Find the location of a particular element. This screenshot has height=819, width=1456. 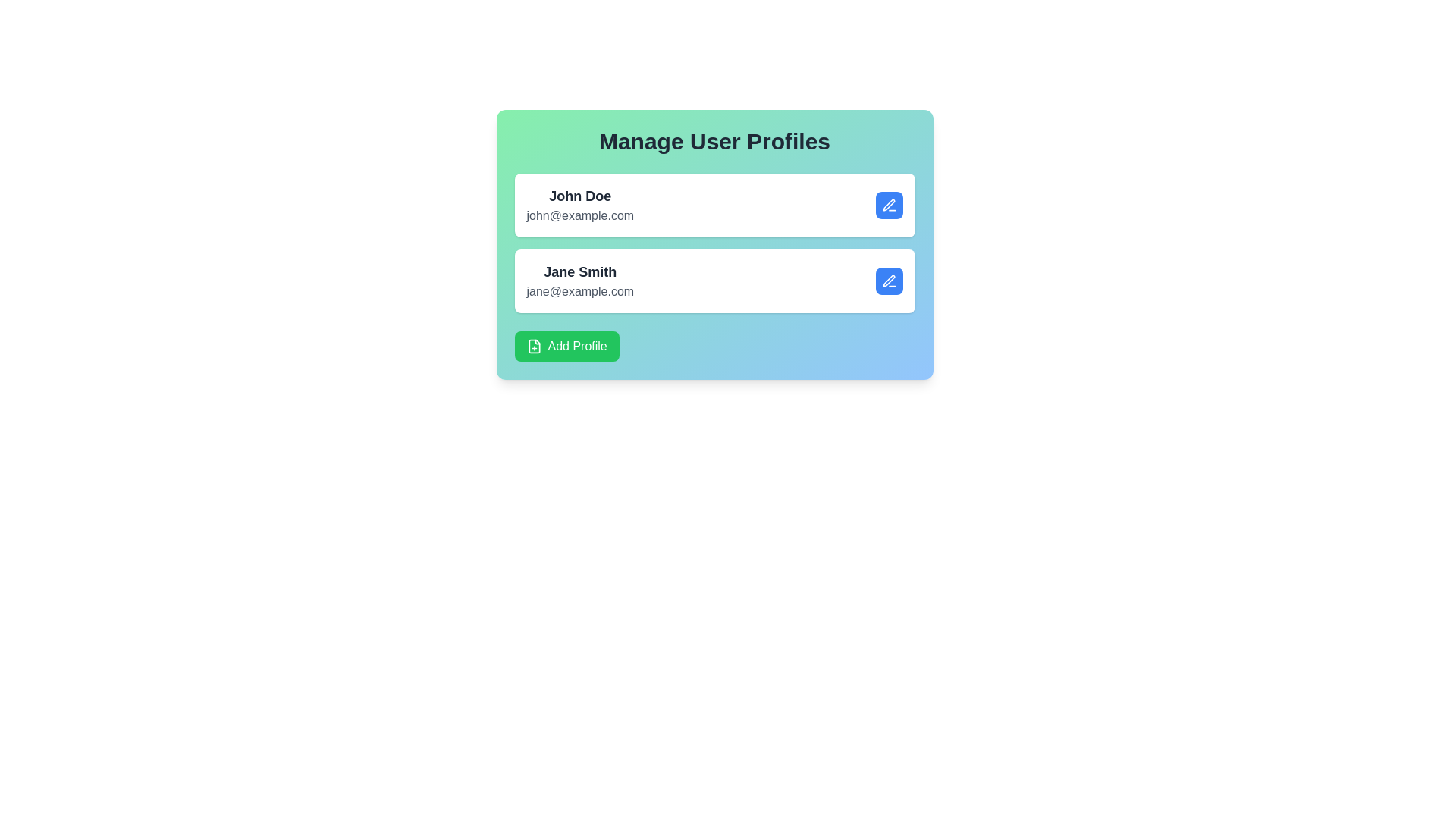

the button with a blue background and rounded corners, which contains a white pen icon, located at the far right within the user information card for 'John Doe' is located at coordinates (889, 205).